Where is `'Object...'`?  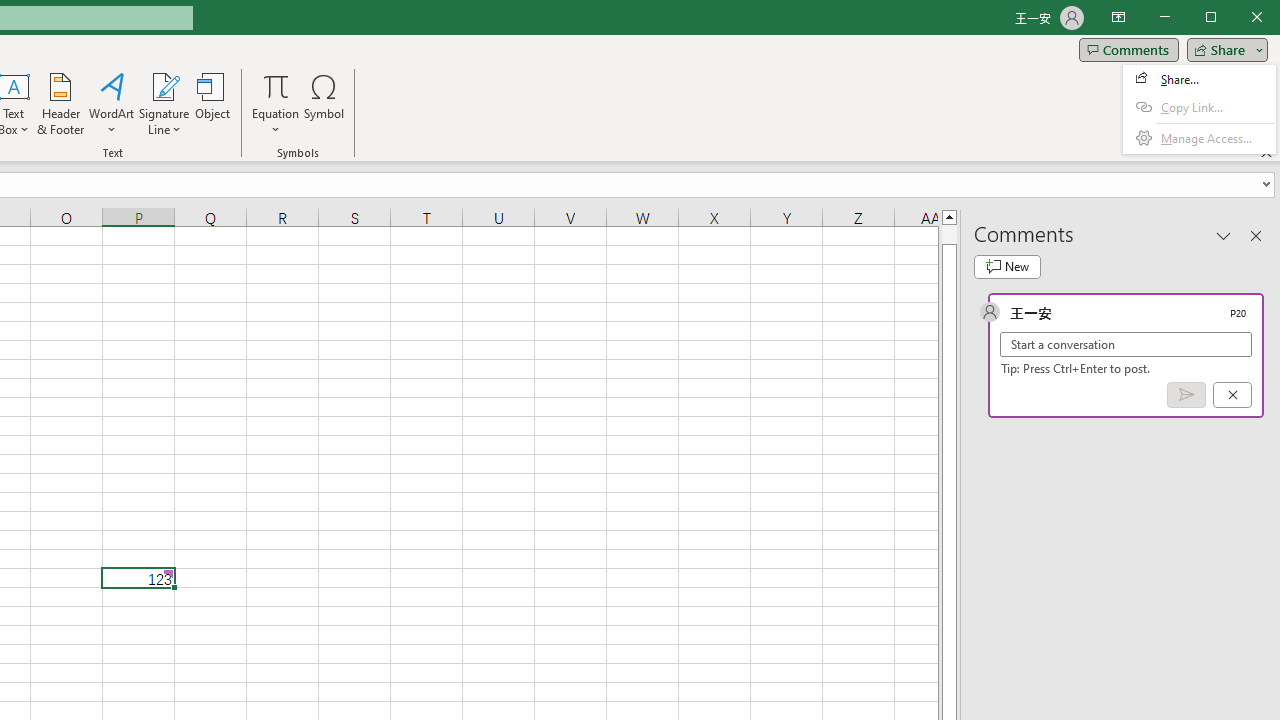 'Object...' is located at coordinates (213, 104).